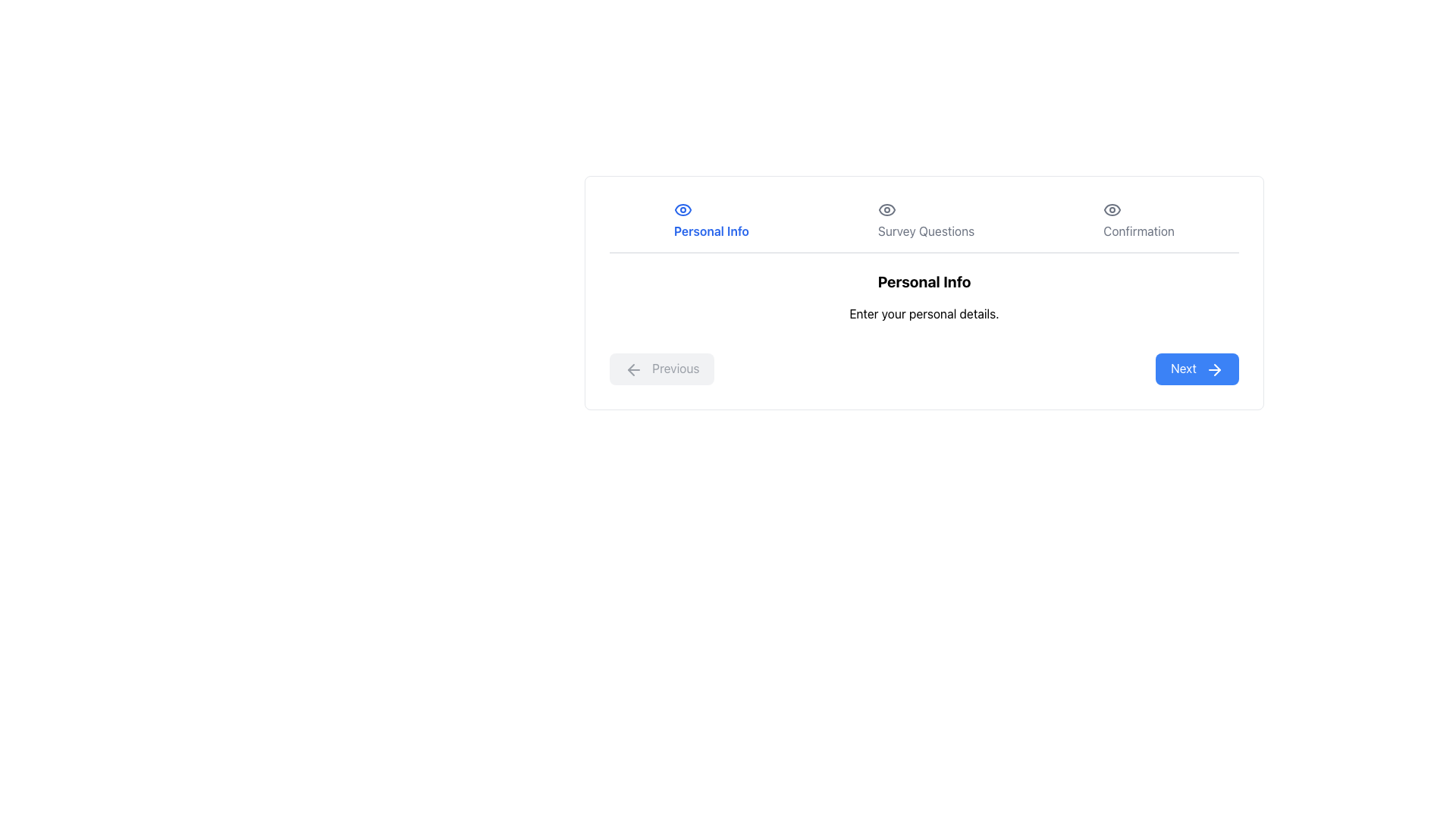 The height and width of the screenshot is (819, 1456). What do you see at coordinates (924, 312) in the screenshot?
I see `the descriptive text label guiding users to fill in their personal information, located beneath the 'Personal Info' heading` at bounding box center [924, 312].